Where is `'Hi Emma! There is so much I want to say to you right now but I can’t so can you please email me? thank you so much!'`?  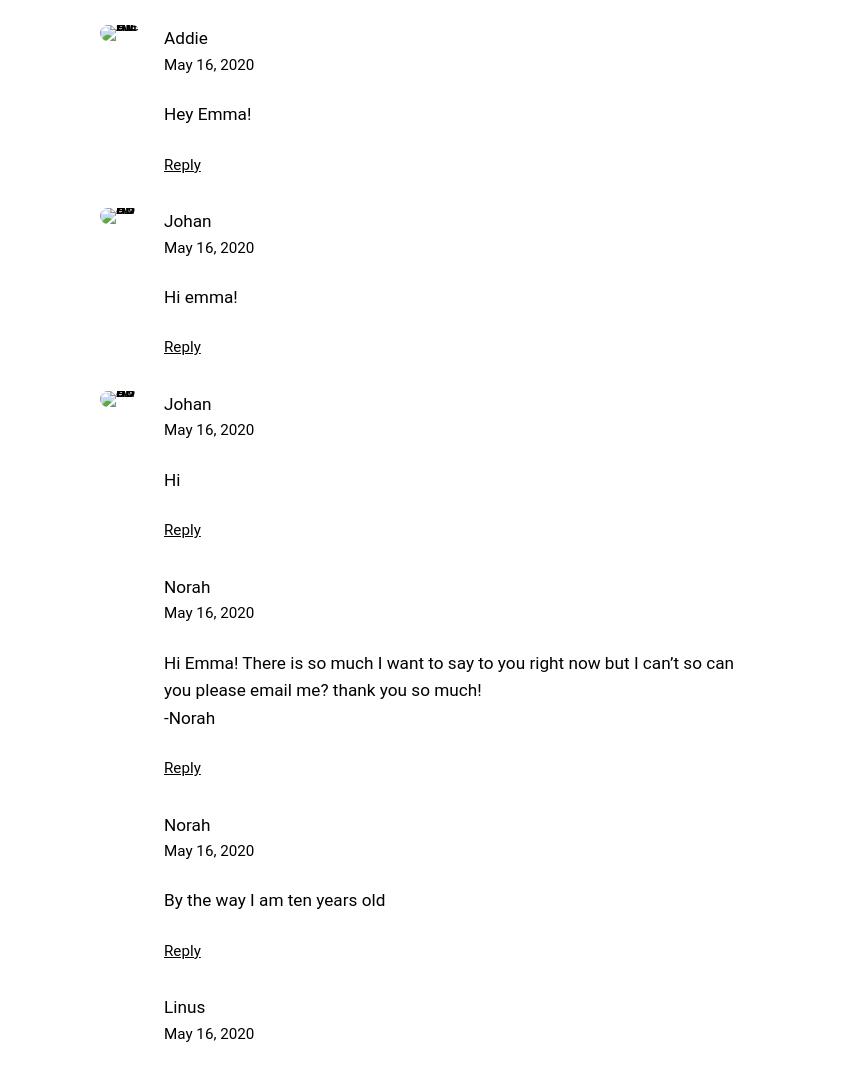
'Hi Emma! There is so much I want to say to you right now but I can’t so can you please email me? thank you so much!' is located at coordinates (447, 674).